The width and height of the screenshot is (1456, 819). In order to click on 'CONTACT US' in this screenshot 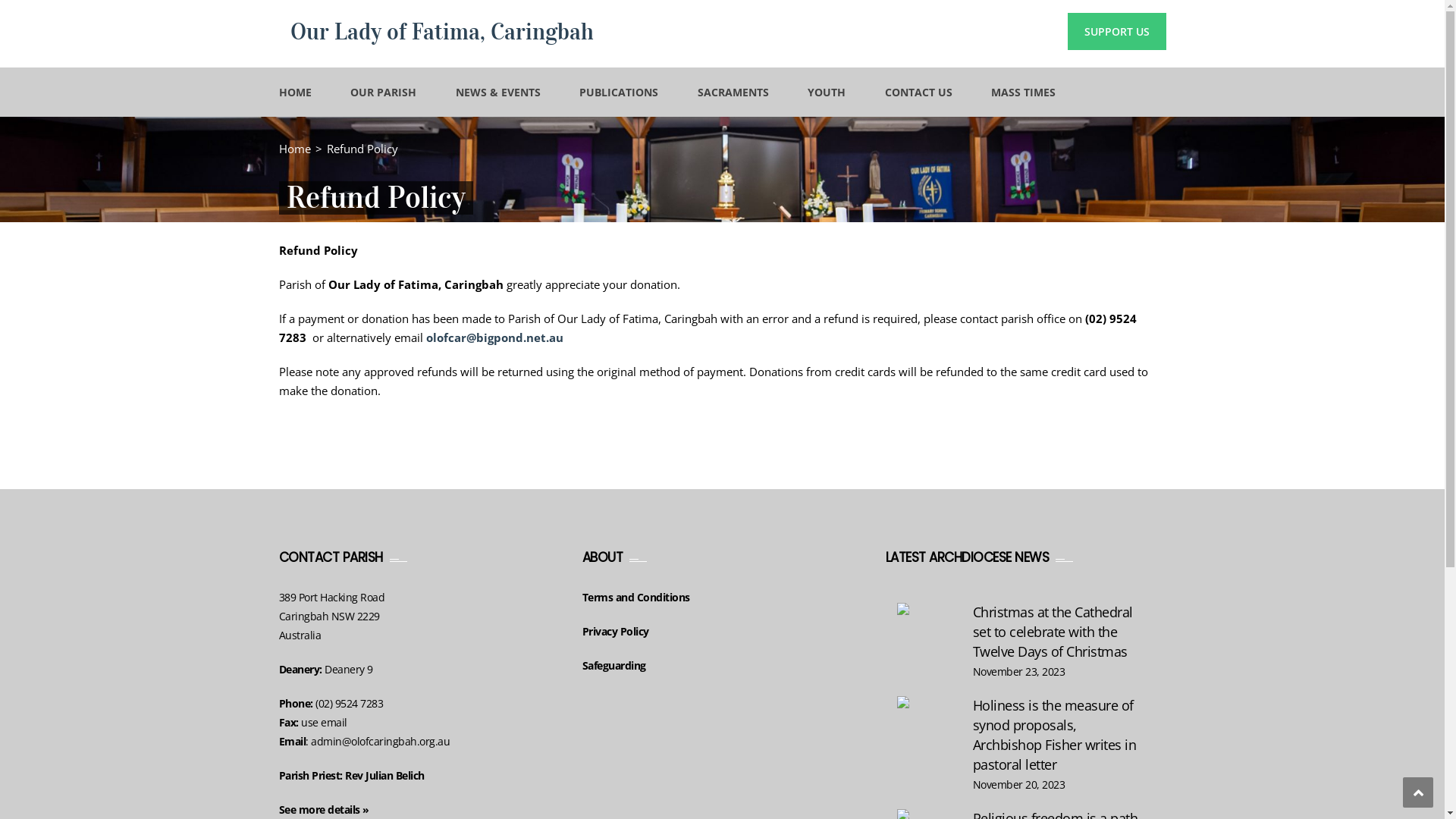, I will do `click(917, 92)`.